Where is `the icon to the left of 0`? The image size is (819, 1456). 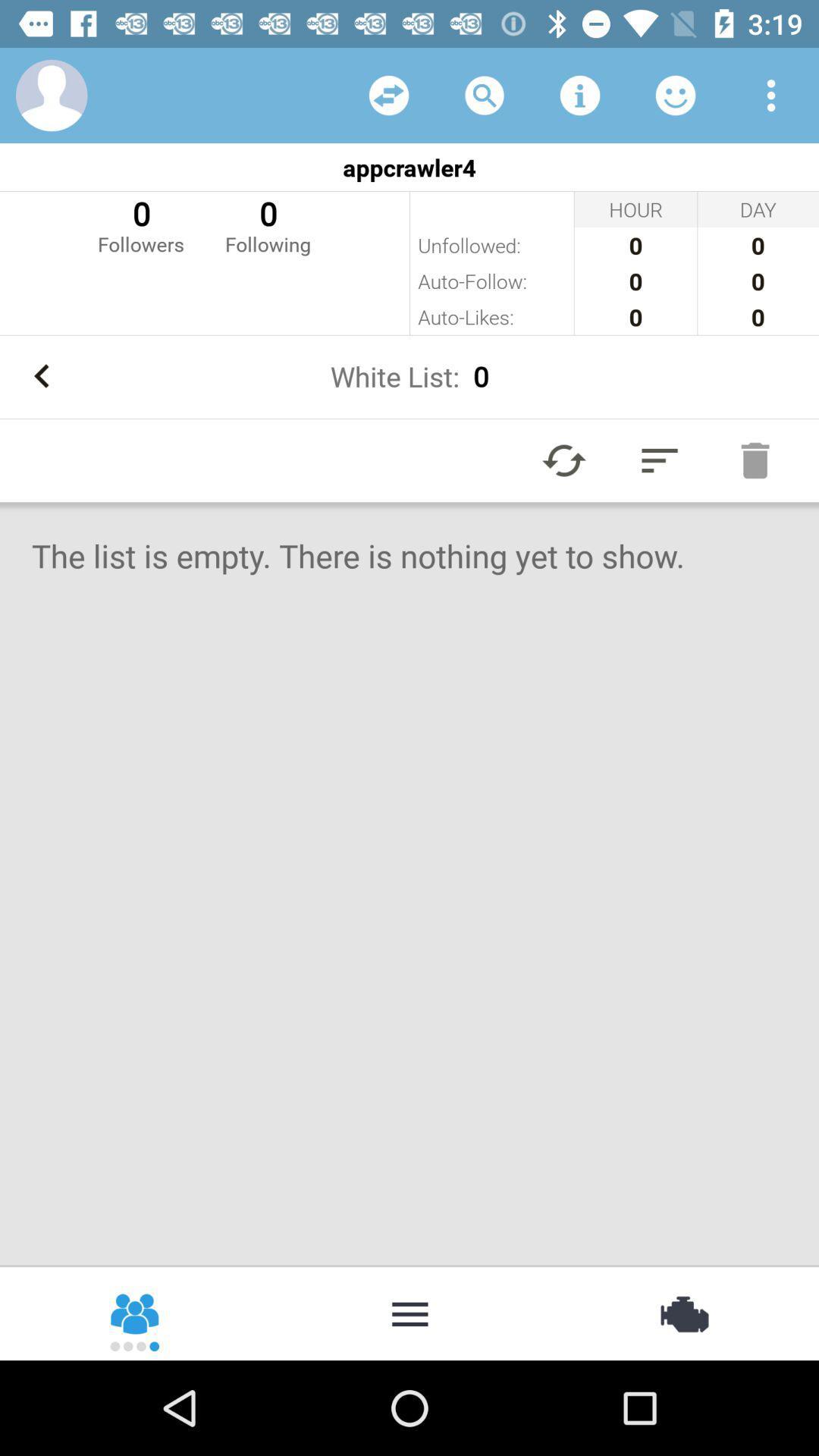 the icon to the left of 0 is located at coordinates (140, 224).